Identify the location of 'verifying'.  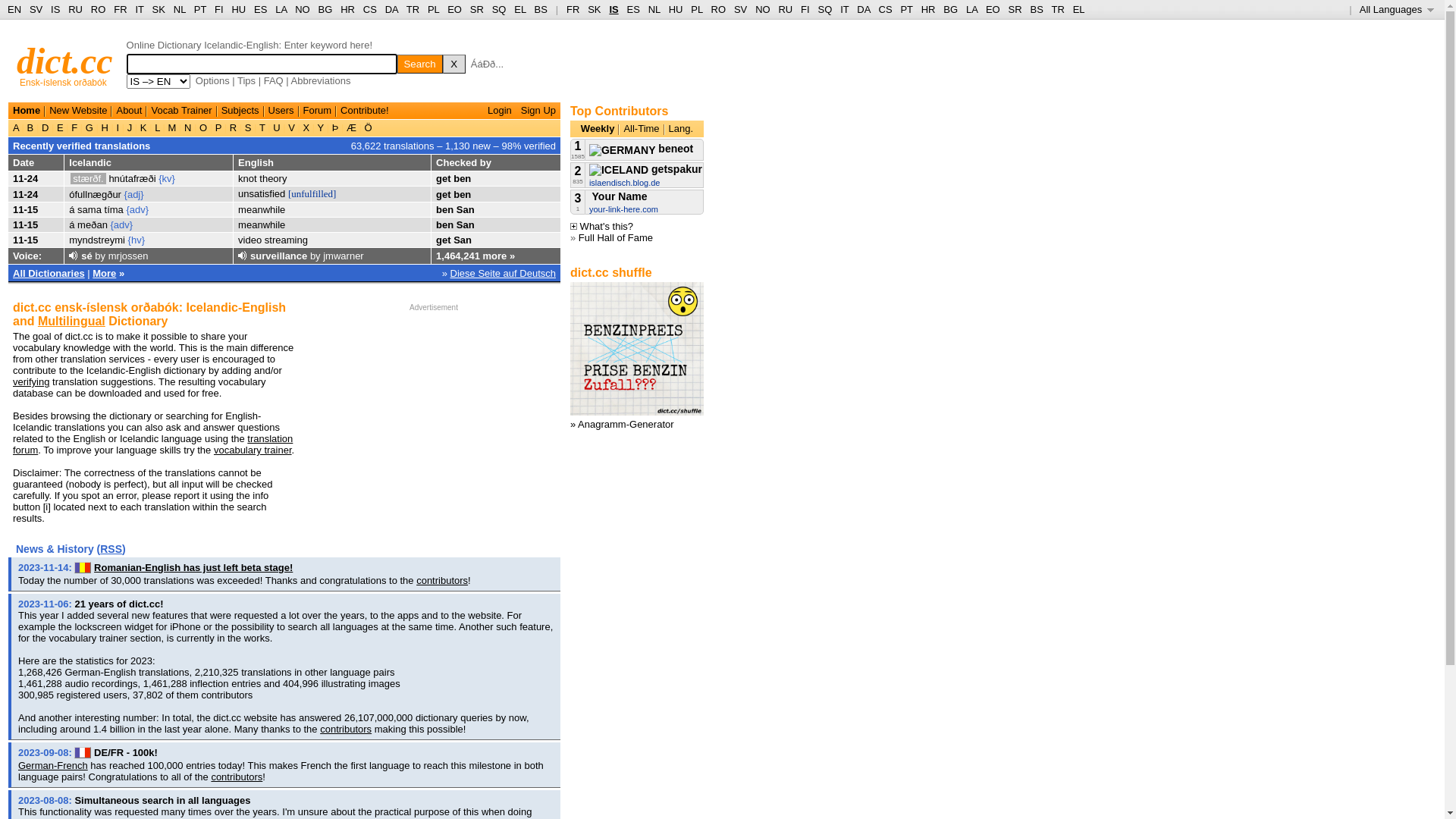
(13, 381).